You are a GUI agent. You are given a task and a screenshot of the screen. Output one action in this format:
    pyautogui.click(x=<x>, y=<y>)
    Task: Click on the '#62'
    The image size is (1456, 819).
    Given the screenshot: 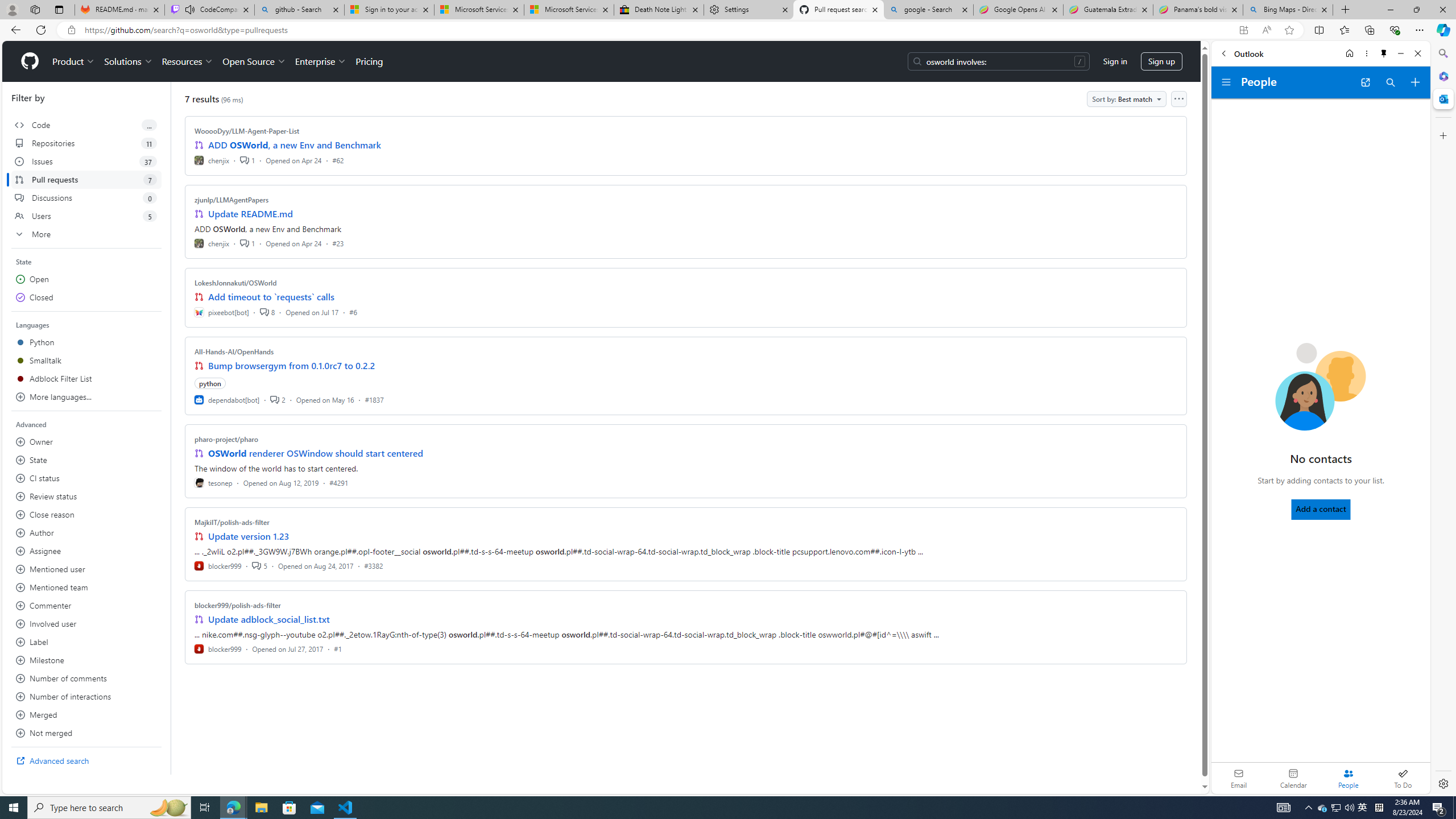 What is the action you would take?
    pyautogui.click(x=337, y=159)
    